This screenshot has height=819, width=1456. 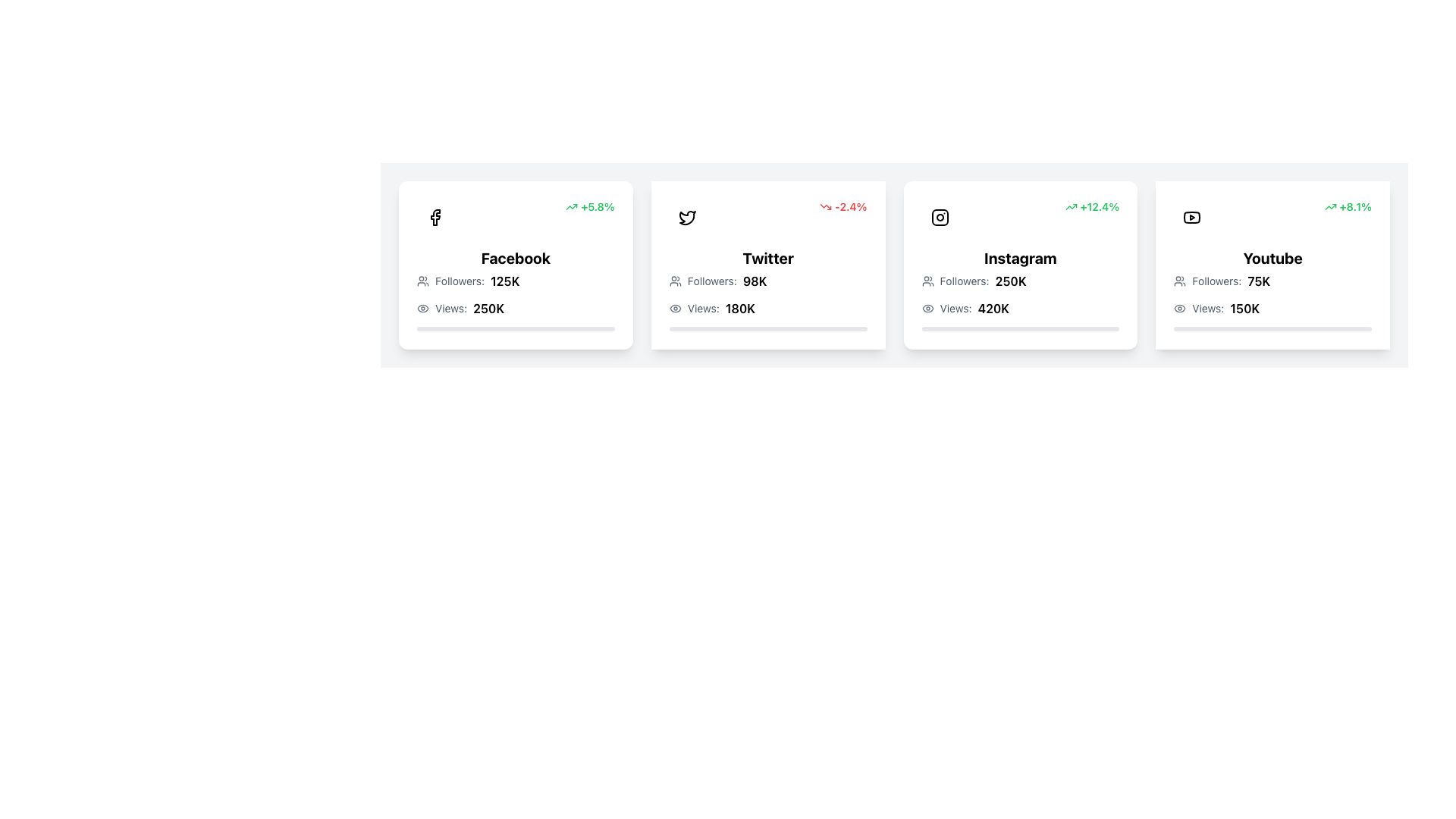 What do you see at coordinates (422, 281) in the screenshot?
I see `the icon element representing follower count` at bounding box center [422, 281].